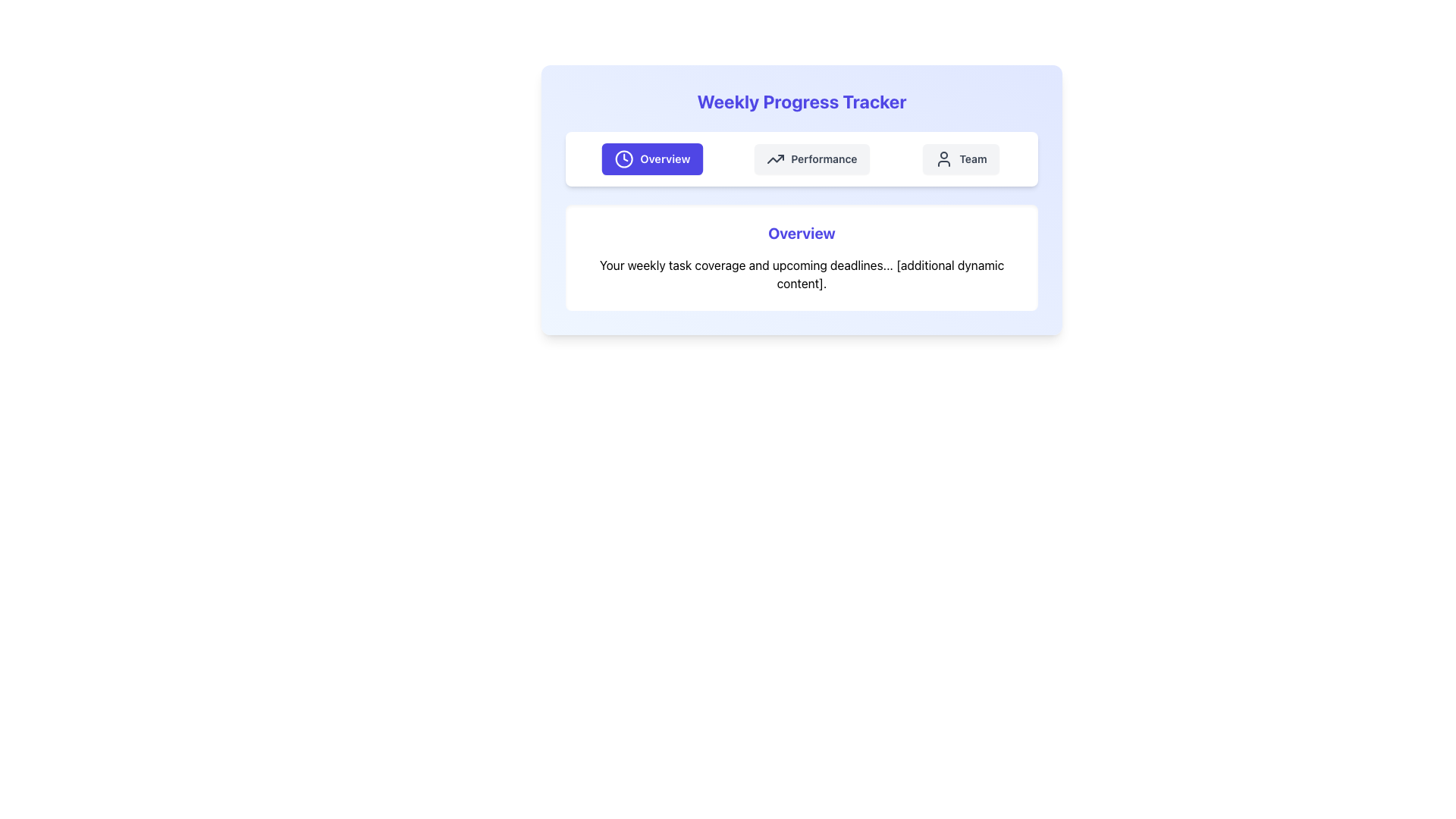 This screenshot has width=1456, height=819. Describe the element at coordinates (960, 158) in the screenshot. I see `the 'Team' button, which is a rectangular UI component with the text 'Team' and a user profile icon, located at the top-right of the button group` at that location.